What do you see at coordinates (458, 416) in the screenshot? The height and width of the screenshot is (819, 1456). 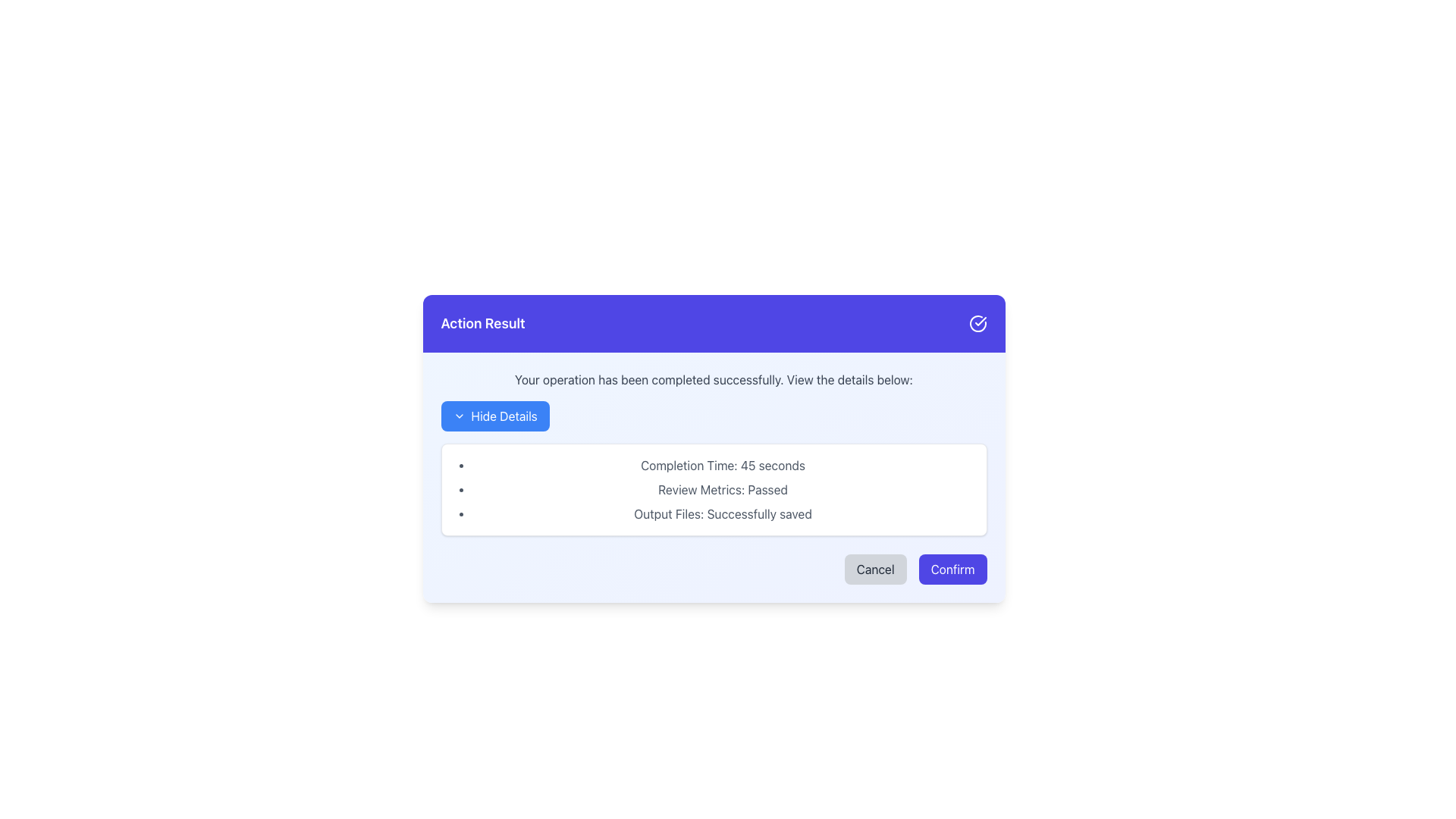 I see `the icon positioned to the left of the 'Hide Details' text within the blue rounded button, indicating a dropdown or collapsible section` at bounding box center [458, 416].